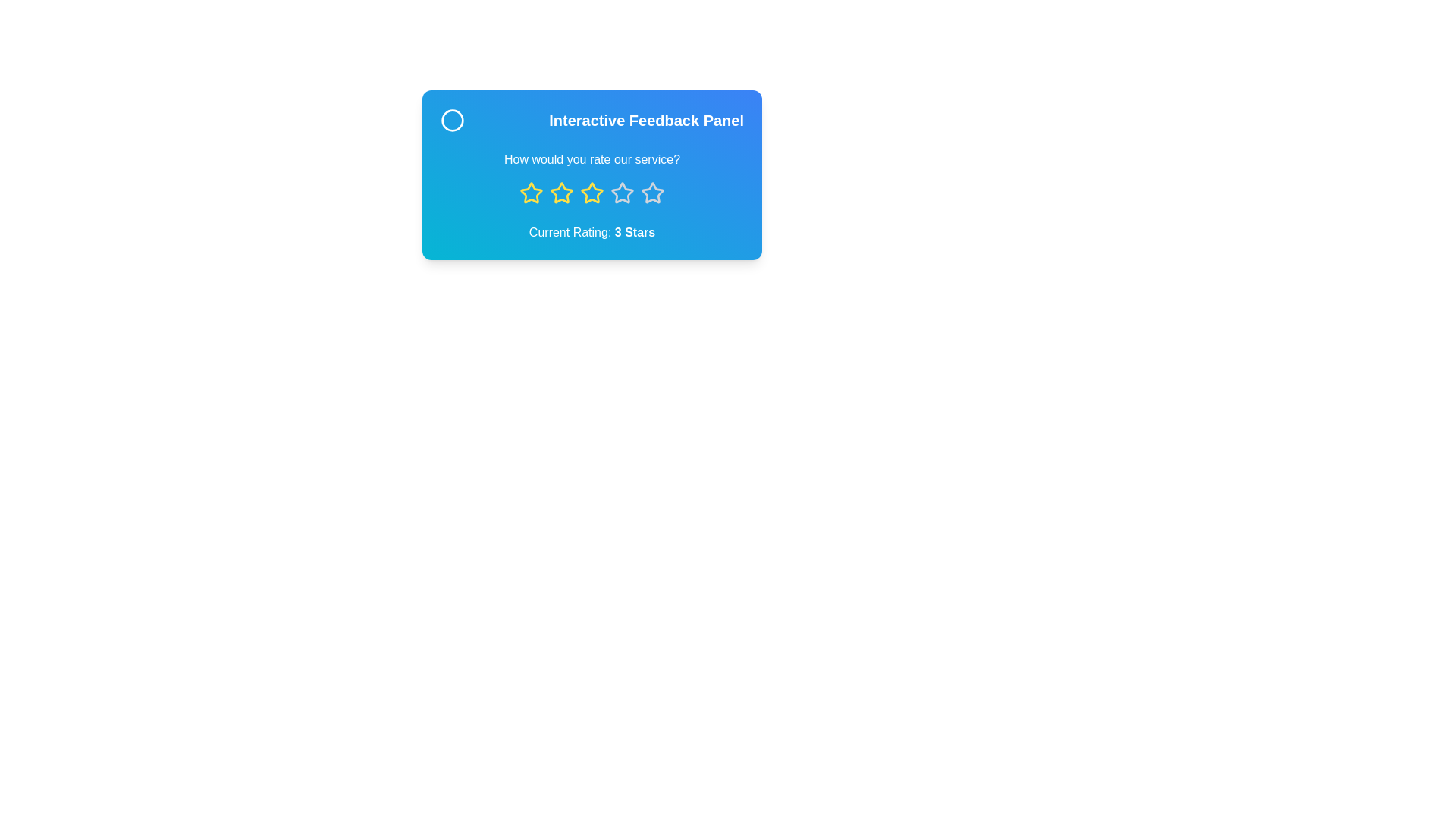 The height and width of the screenshot is (819, 1456). I want to click on the first yellow outlined star icon in the rating panel, so click(531, 192).